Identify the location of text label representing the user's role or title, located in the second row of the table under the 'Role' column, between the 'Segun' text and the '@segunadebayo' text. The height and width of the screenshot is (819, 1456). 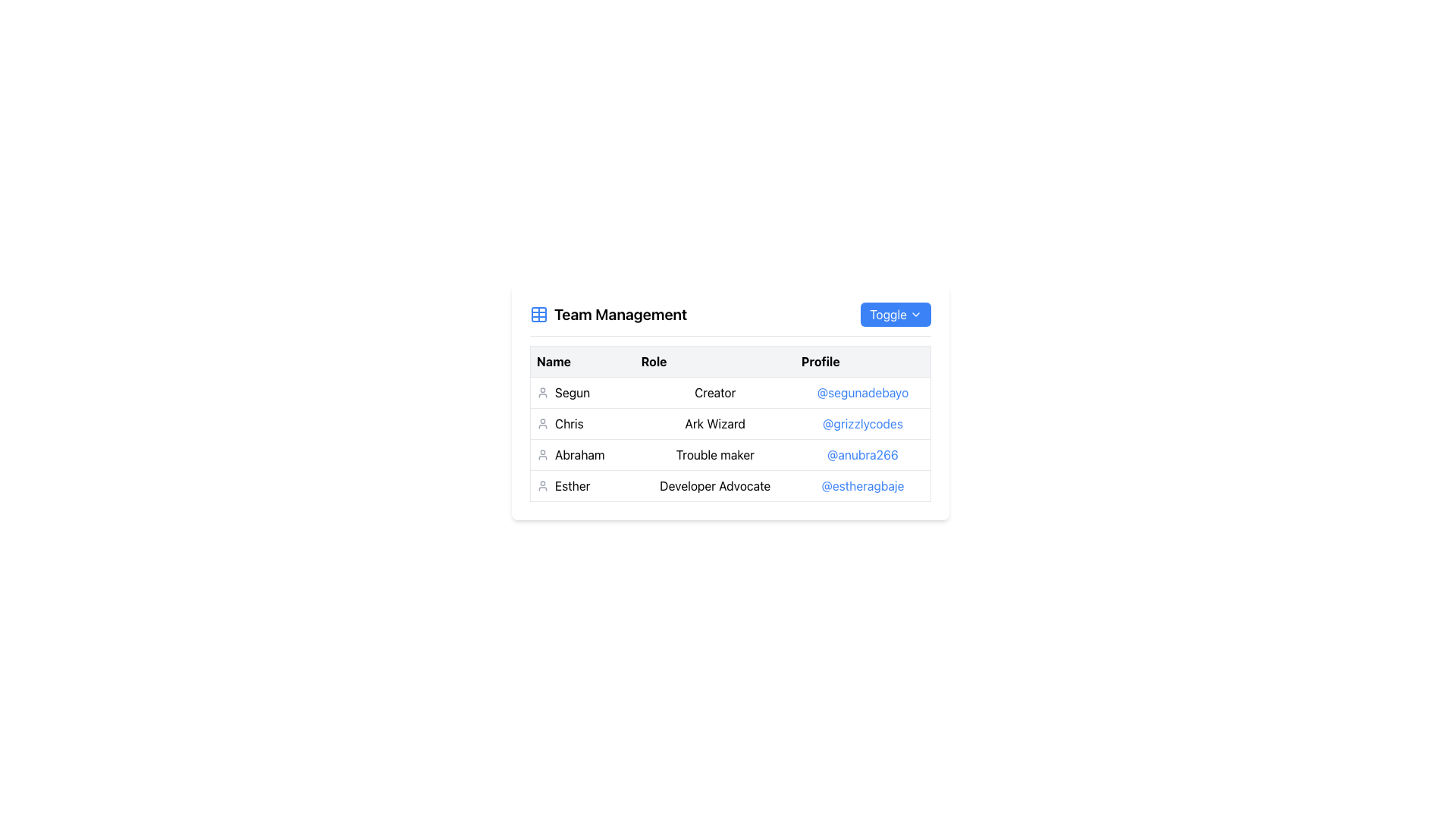
(730, 391).